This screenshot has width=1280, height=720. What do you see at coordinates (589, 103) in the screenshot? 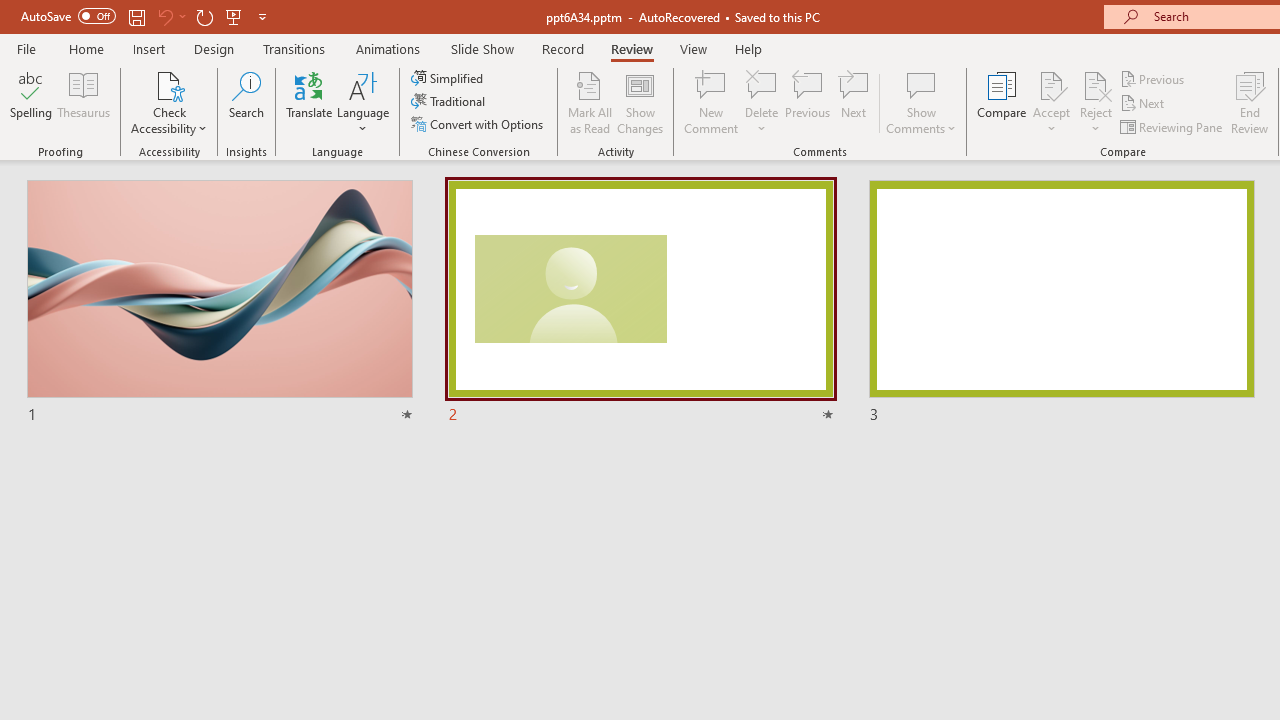
I see `'Mark All as Read'` at bounding box center [589, 103].